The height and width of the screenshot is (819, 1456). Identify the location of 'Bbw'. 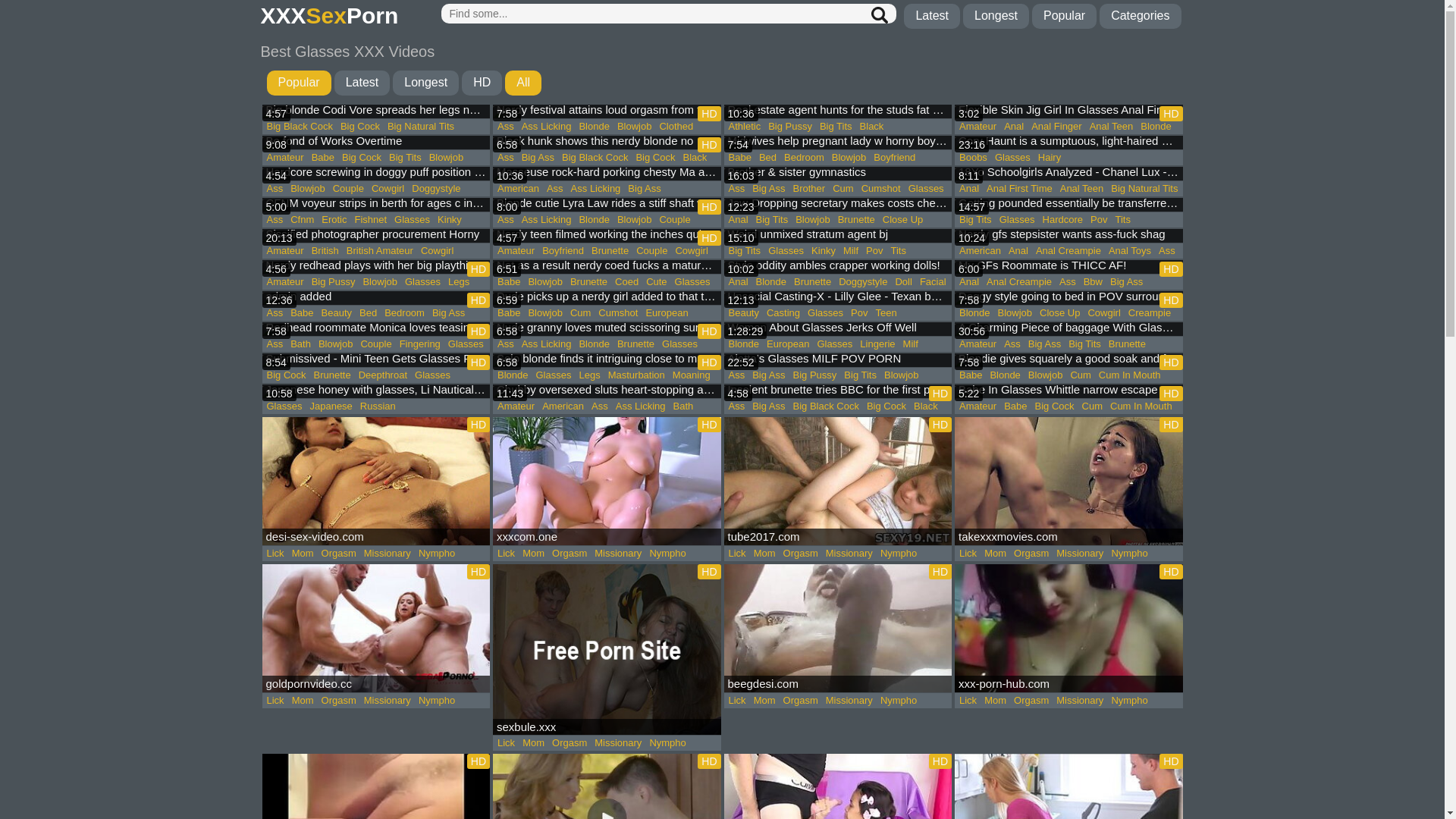
(1093, 281).